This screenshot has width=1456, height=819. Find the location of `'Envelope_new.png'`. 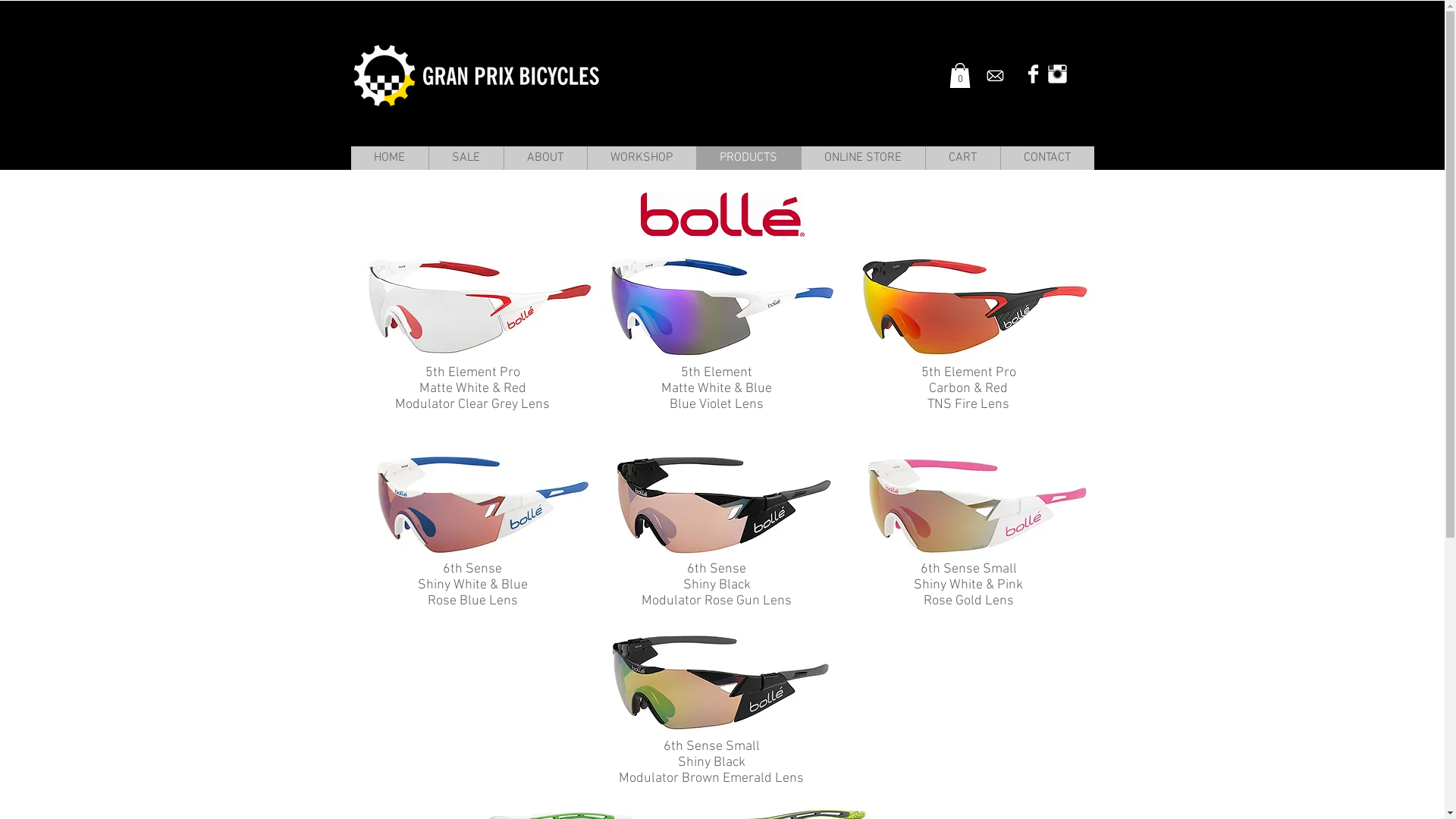

'Envelope_new.png' is located at coordinates (995, 76).